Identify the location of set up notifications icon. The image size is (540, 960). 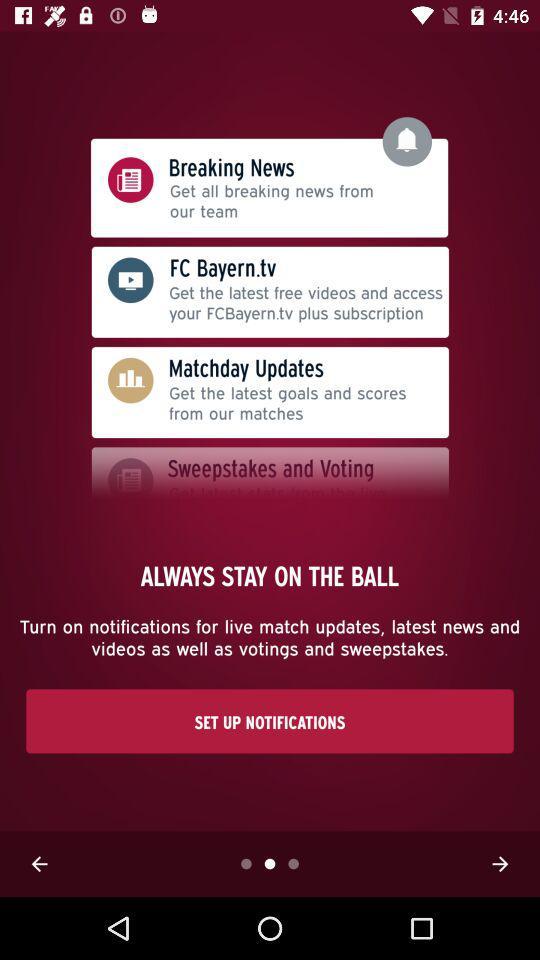
(270, 720).